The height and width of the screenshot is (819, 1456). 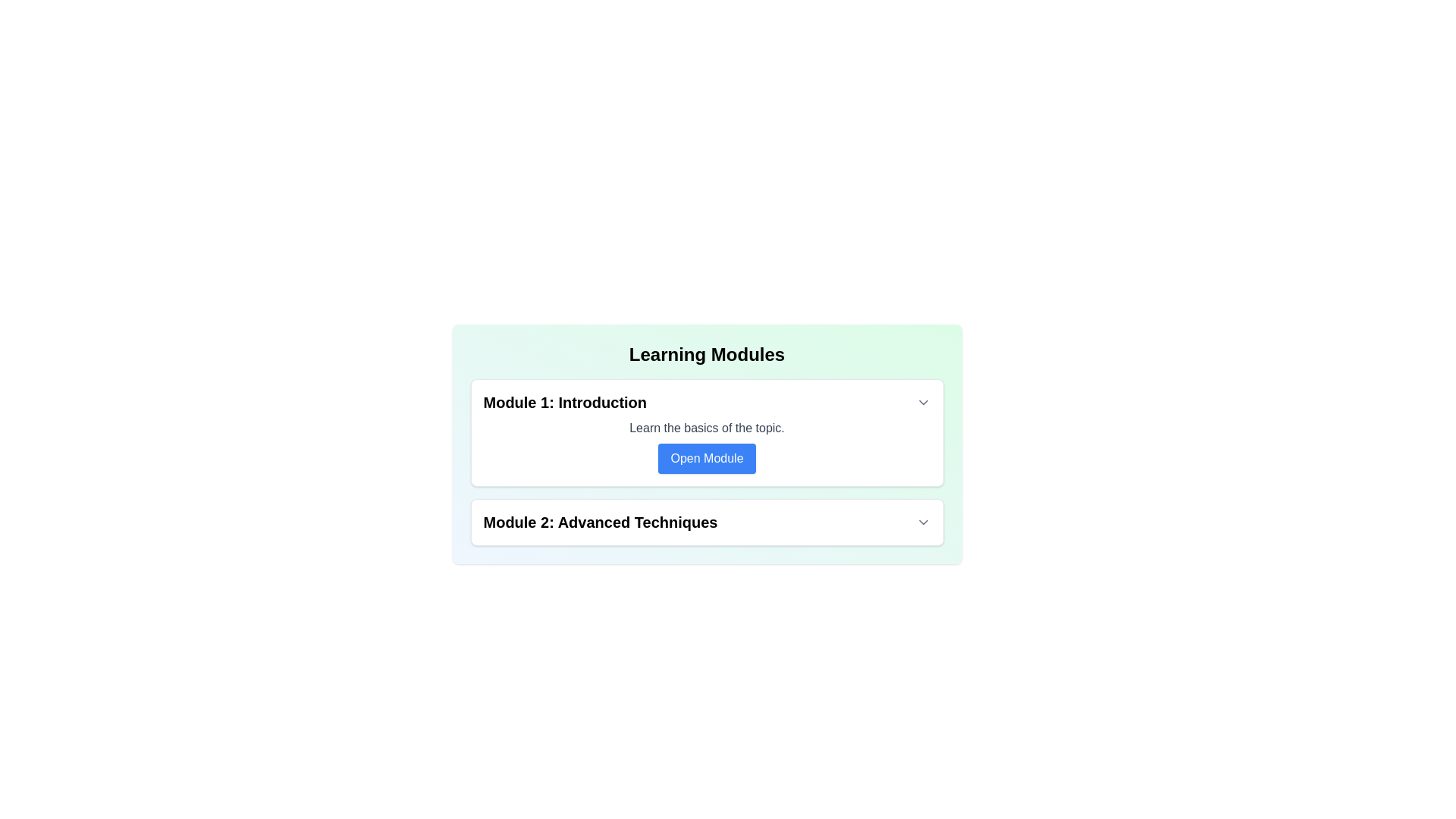 I want to click on the button labeled 'Open Module' located within the 'Learning Modules' section that features a gradient background and rounded corners, so click(x=706, y=444).